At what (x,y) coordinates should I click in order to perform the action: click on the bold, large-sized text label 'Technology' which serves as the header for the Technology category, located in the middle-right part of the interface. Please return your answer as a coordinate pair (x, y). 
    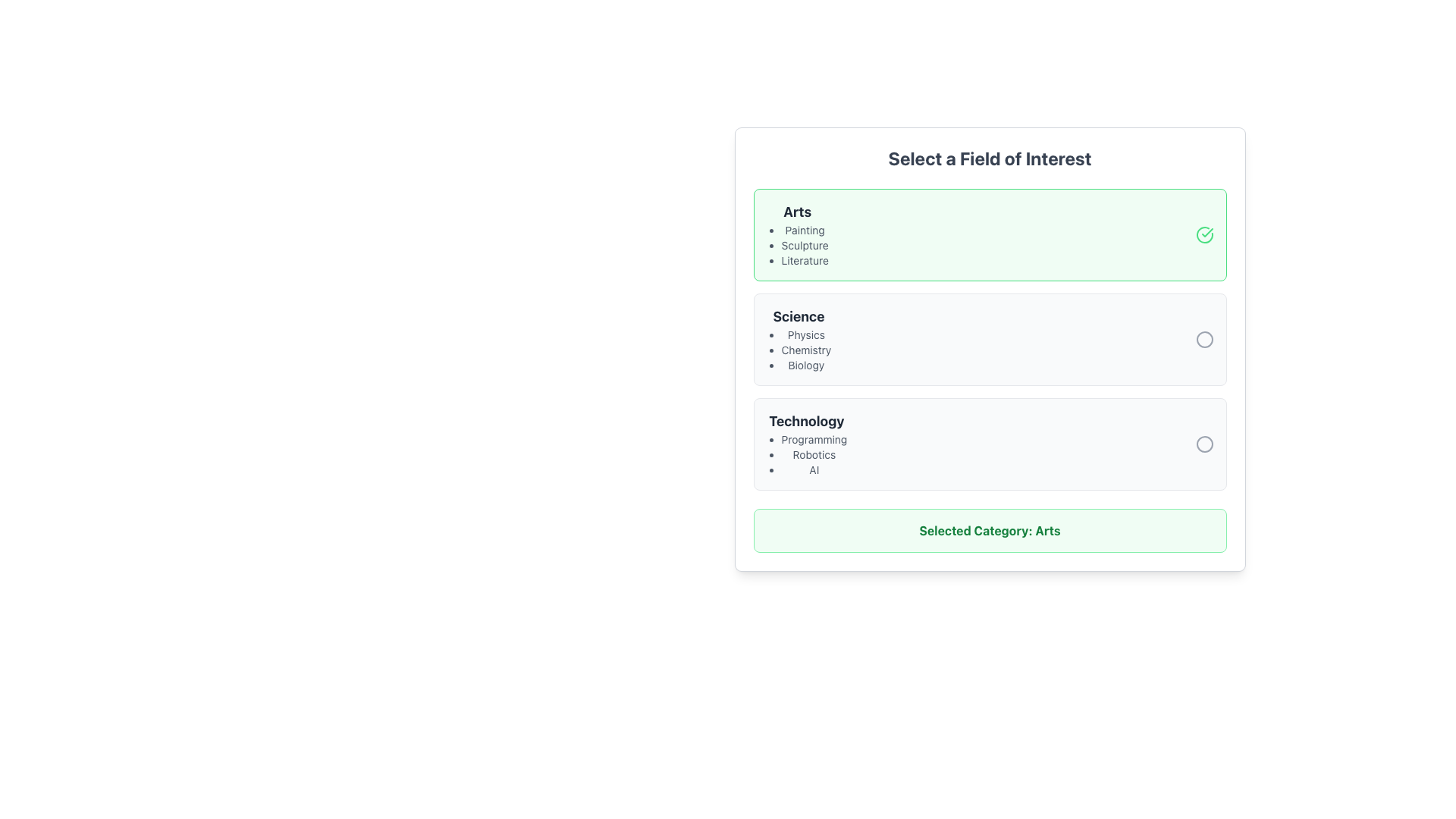
    Looking at the image, I should click on (805, 421).